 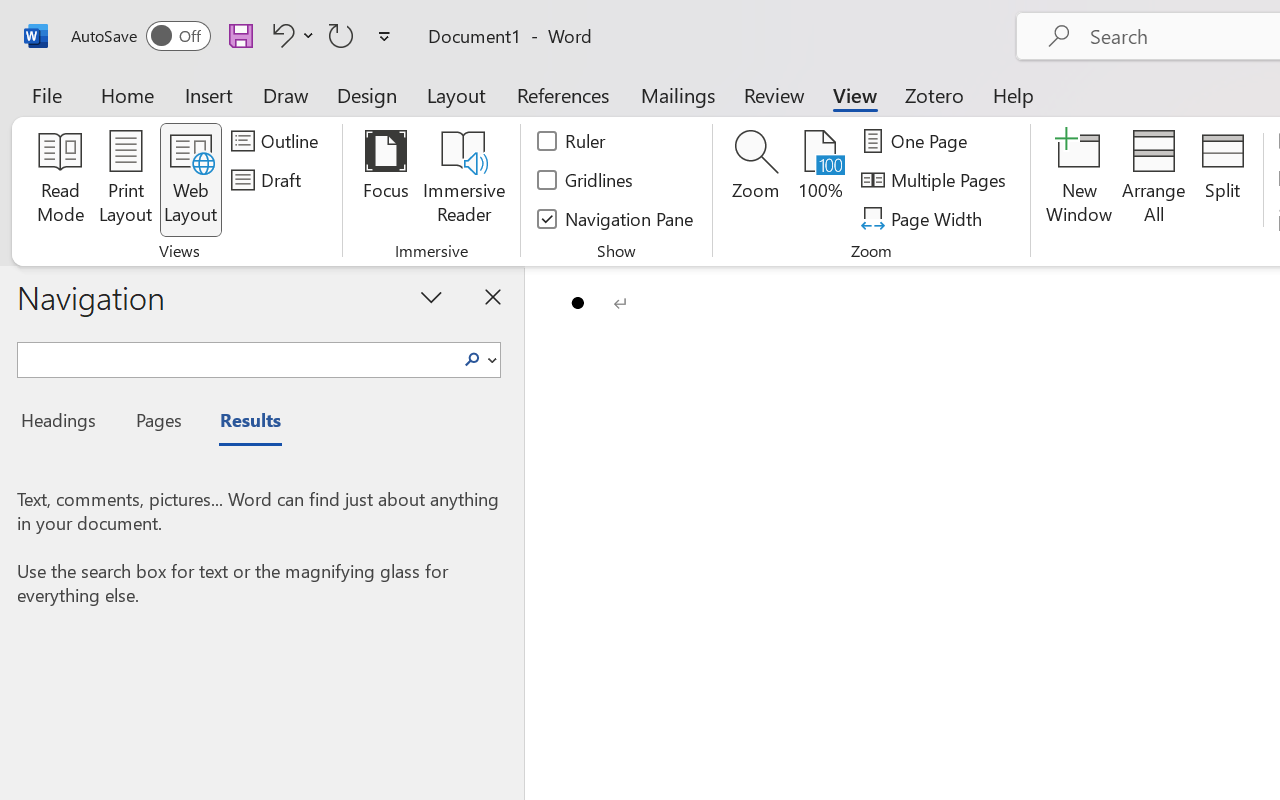 What do you see at coordinates (237, 357) in the screenshot?
I see `'Search document'` at bounding box center [237, 357].